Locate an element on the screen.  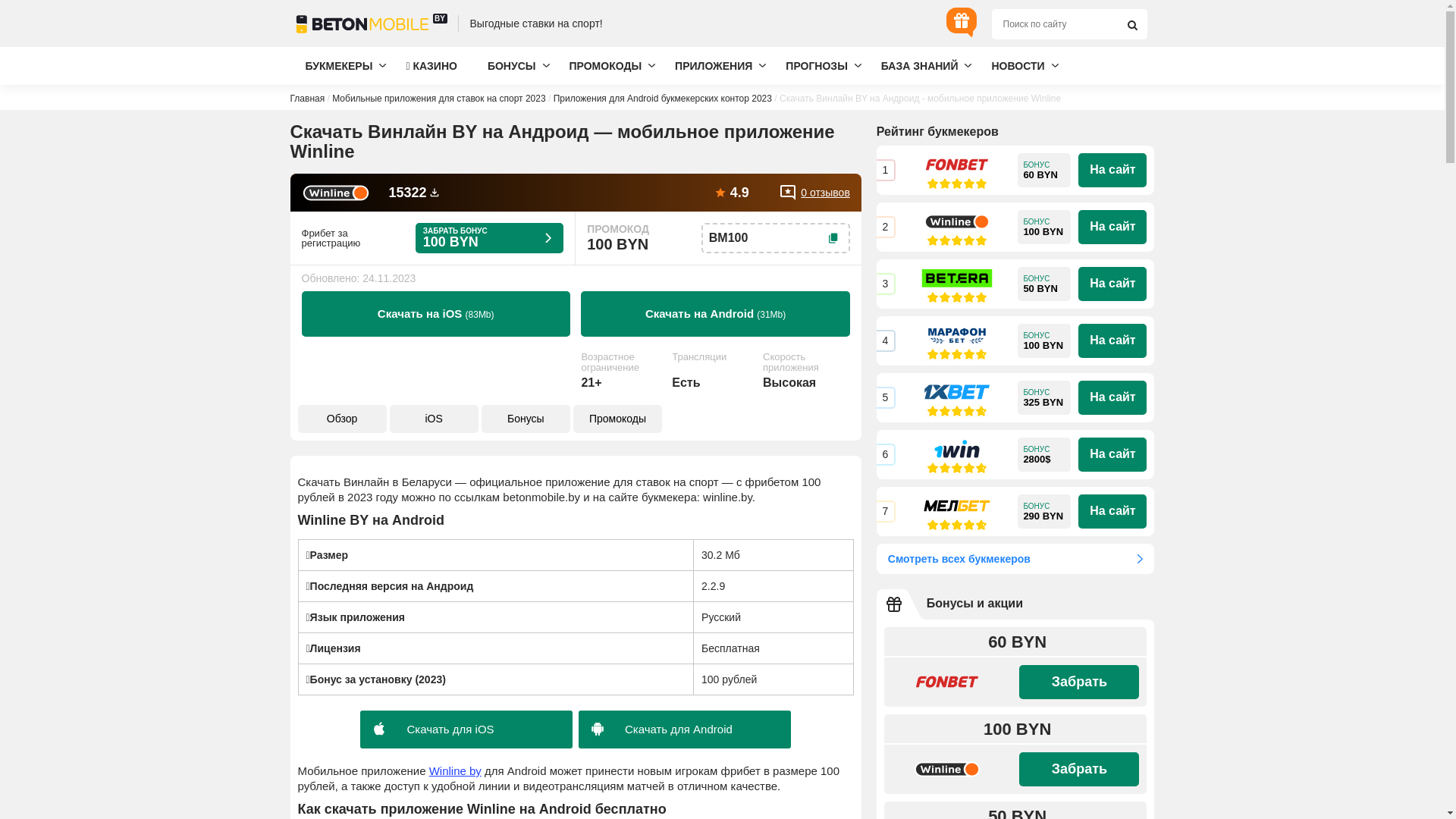
'290 BYN' is located at coordinates (1018, 511).